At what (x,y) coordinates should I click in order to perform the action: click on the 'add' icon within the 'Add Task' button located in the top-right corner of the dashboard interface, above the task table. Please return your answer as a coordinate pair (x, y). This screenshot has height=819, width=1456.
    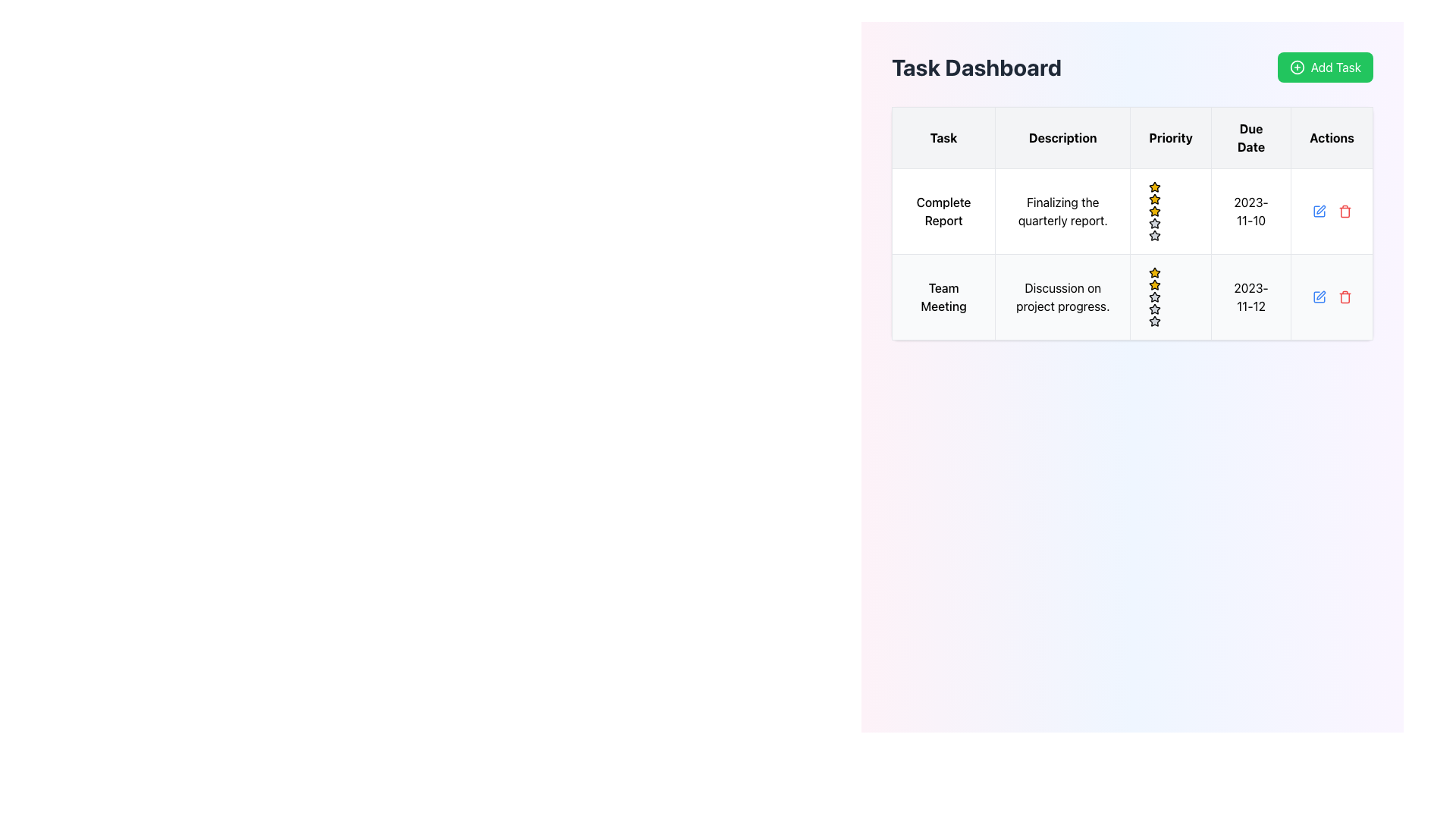
    Looking at the image, I should click on (1296, 66).